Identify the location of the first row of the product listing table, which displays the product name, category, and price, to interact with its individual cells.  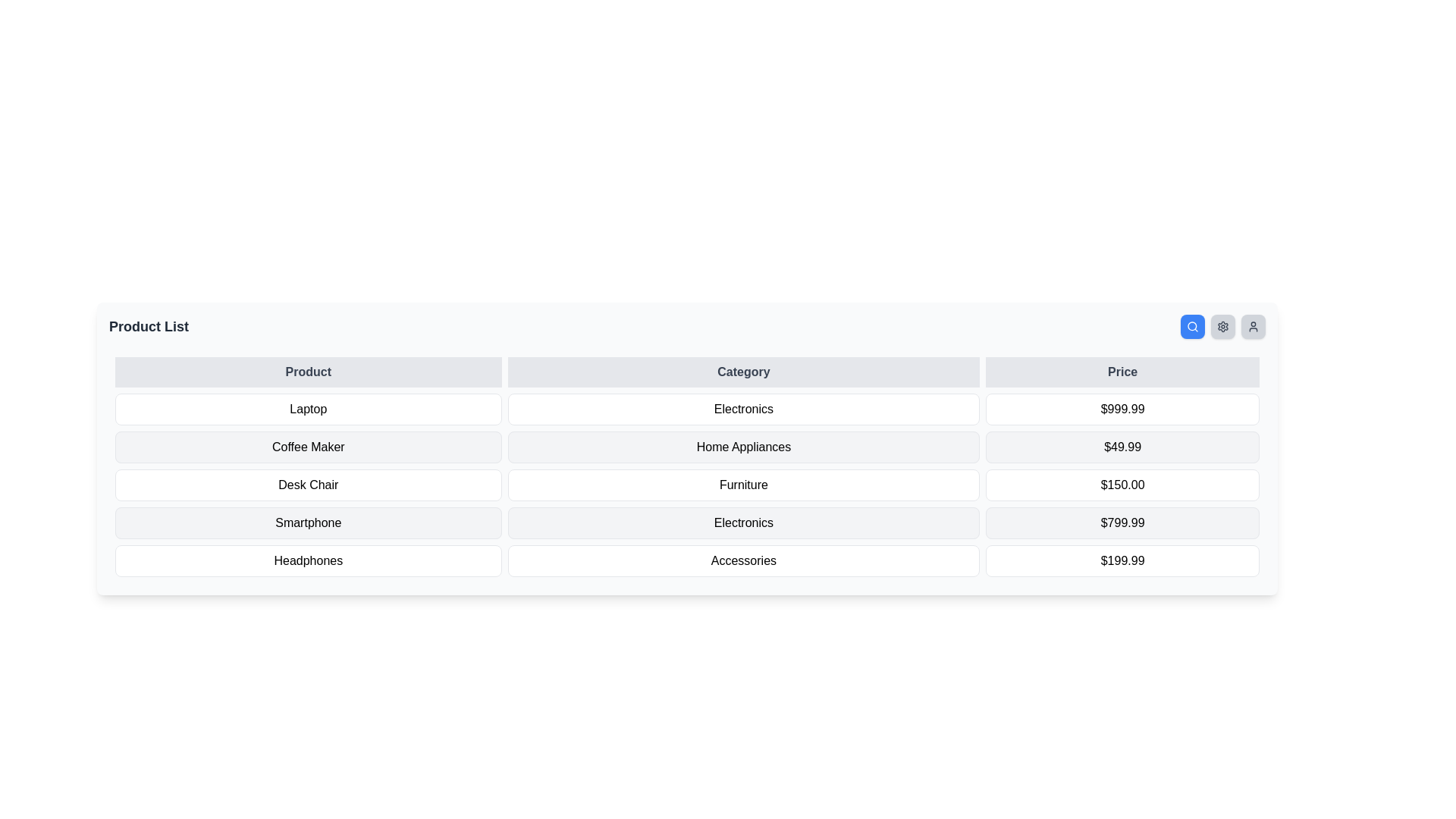
(686, 409).